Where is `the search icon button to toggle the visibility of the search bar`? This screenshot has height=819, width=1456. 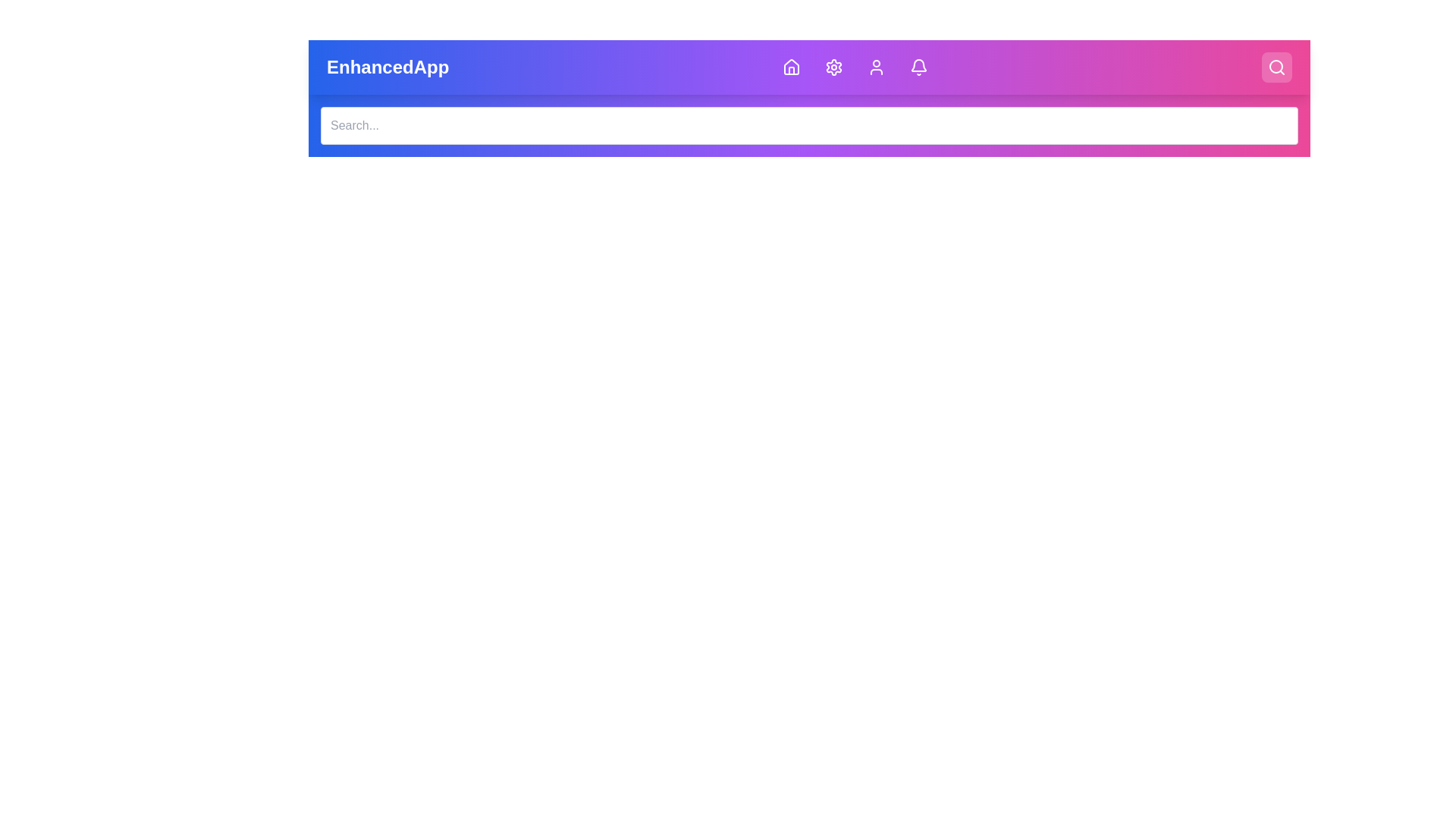
the search icon button to toggle the visibility of the search bar is located at coordinates (1276, 66).